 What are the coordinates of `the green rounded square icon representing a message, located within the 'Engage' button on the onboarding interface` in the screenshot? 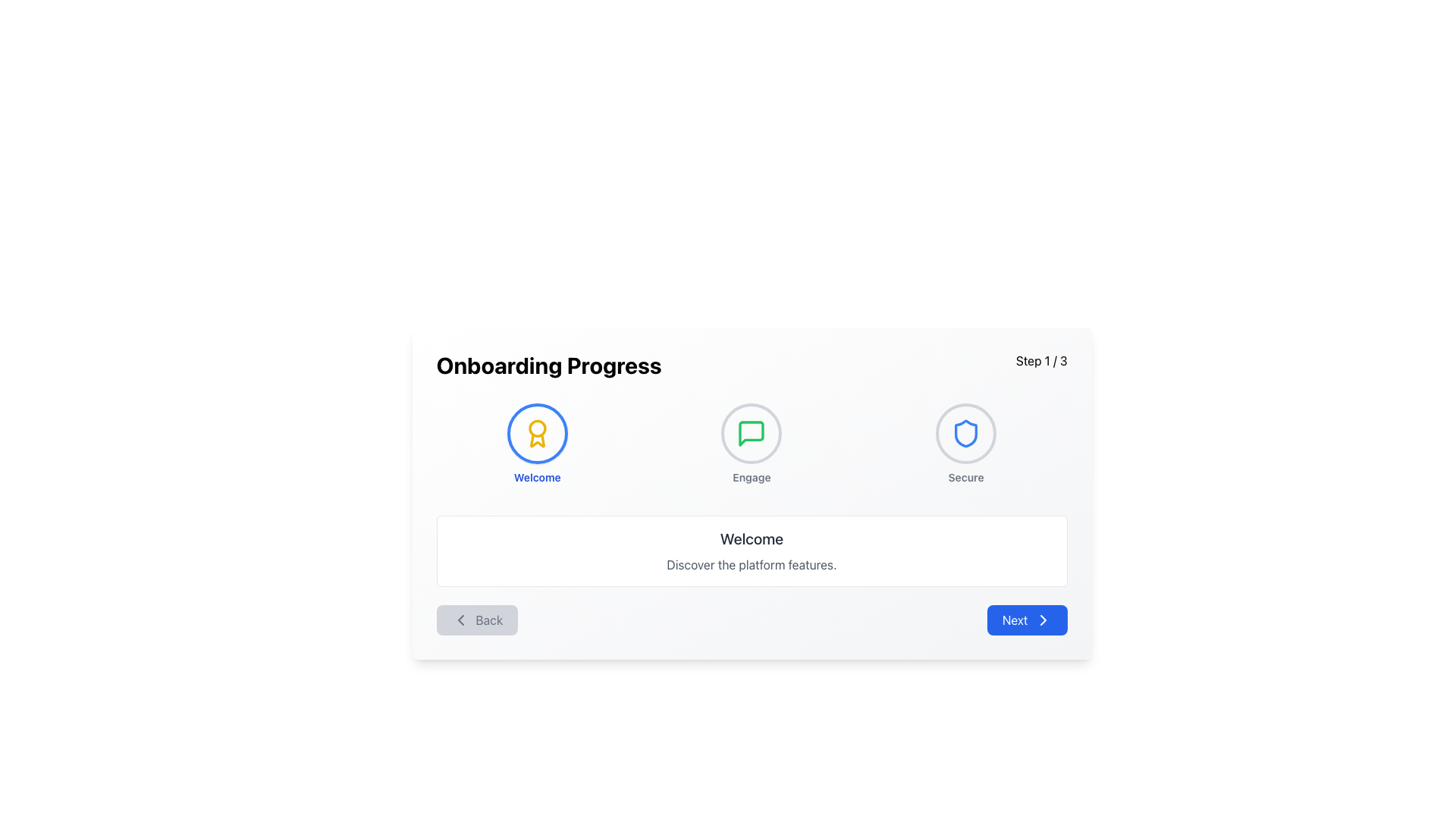 It's located at (752, 433).